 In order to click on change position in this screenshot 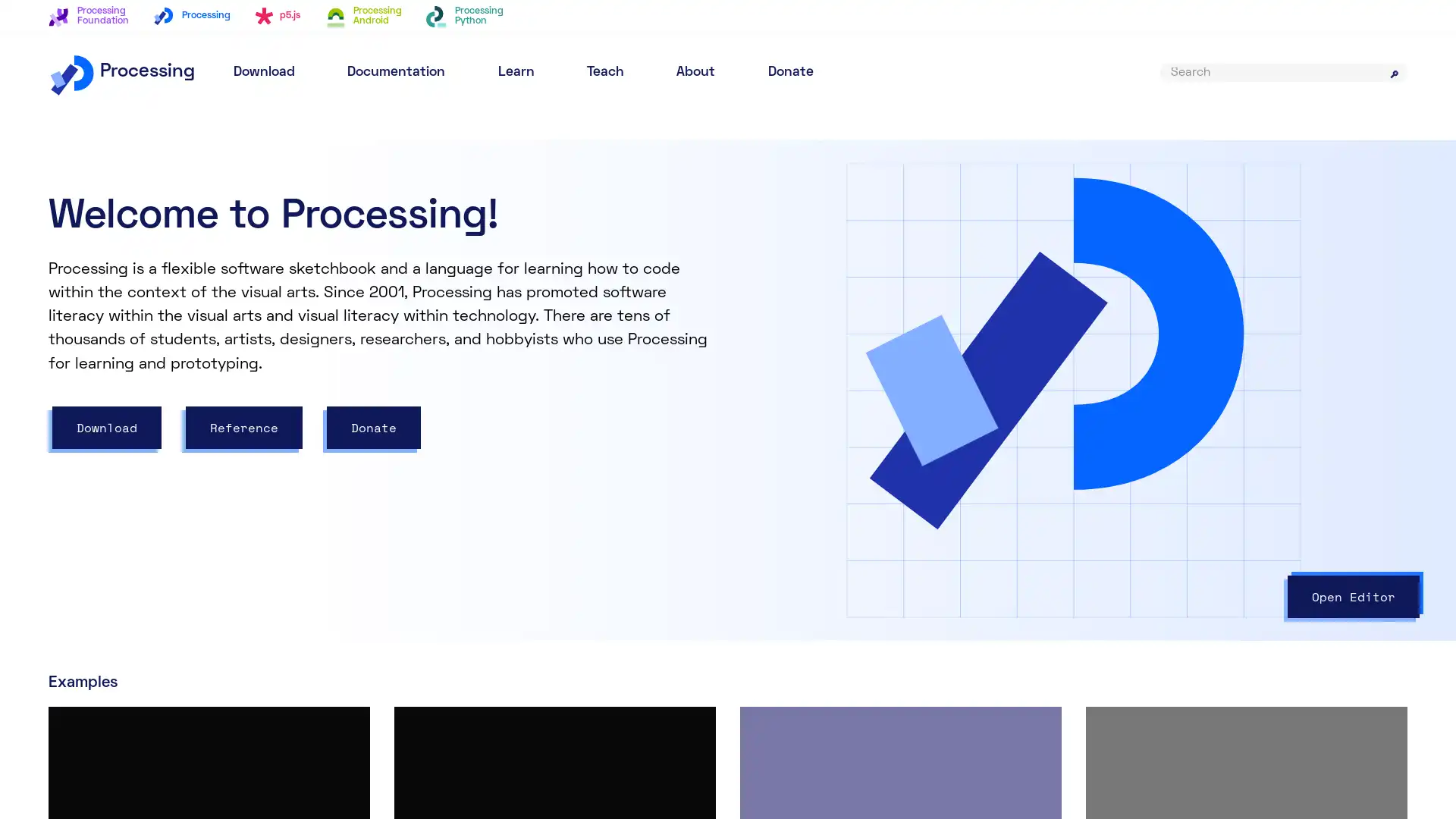, I will do `click(857, 467)`.